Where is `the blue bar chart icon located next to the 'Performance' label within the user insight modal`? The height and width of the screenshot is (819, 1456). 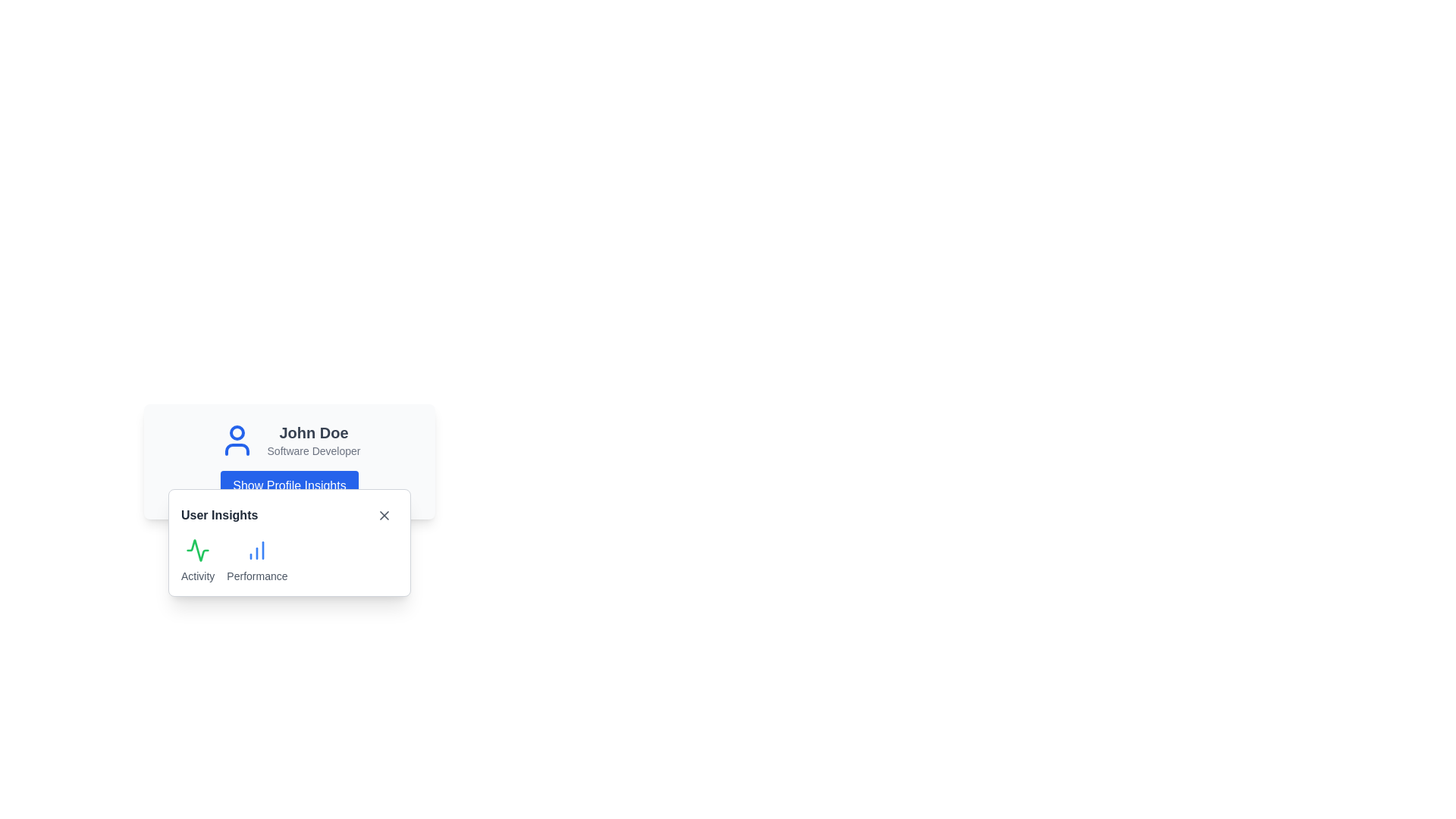 the blue bar chart icon located next to the 'Performance' label within the user insight modal is located at coordinates (257, 550).